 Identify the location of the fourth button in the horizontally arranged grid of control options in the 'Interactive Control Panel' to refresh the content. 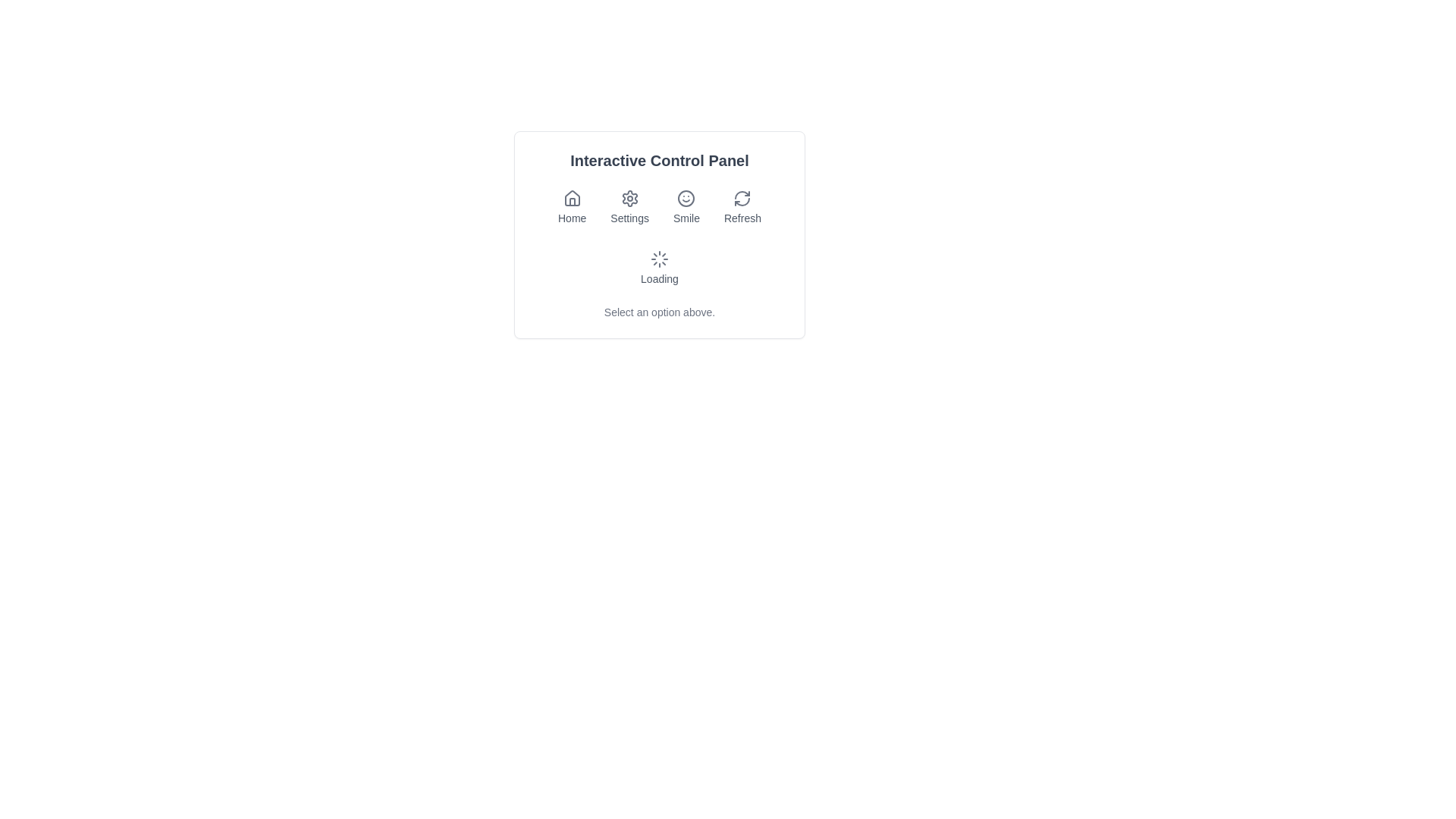
(742, 207).